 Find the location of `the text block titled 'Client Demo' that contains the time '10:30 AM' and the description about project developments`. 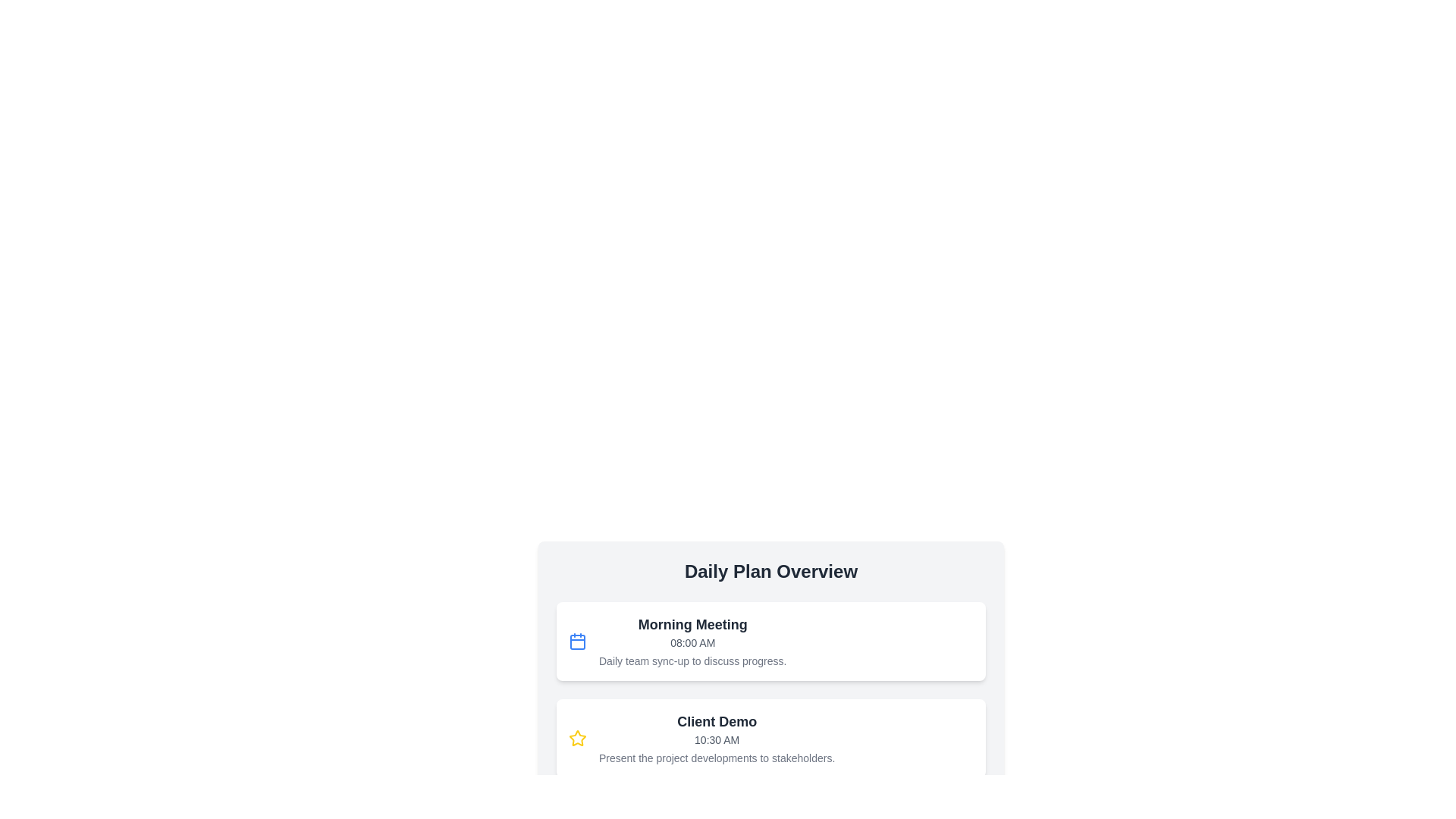

the text block titled 'Client Demo' that contains the time '10:30 AM' and the description about project developments is located at coordinates (716, 738).